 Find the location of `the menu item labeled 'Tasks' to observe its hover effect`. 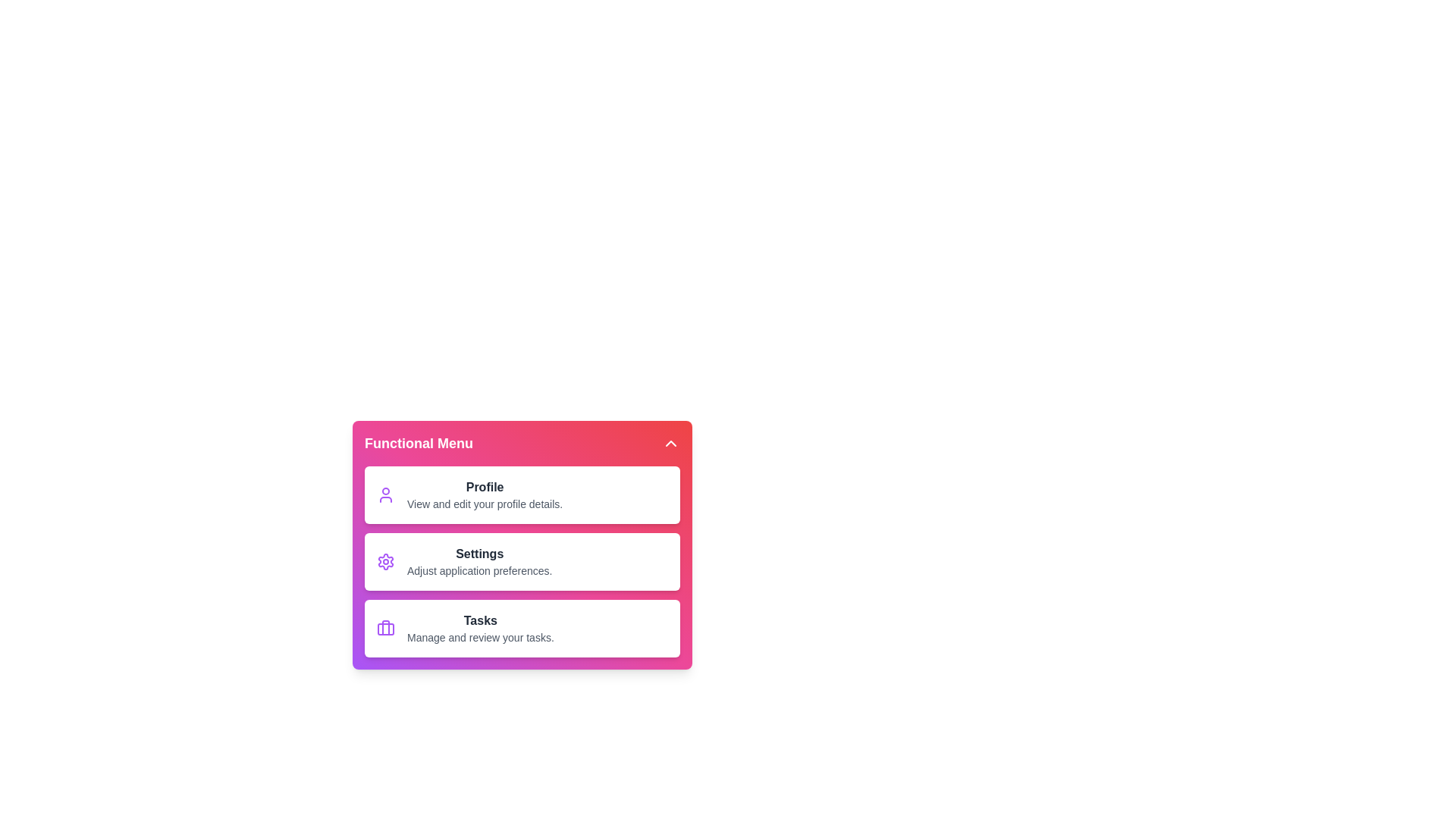

the menu item labeled 'Tasks' to observe its hover effect is located at coordinates (522, 629).